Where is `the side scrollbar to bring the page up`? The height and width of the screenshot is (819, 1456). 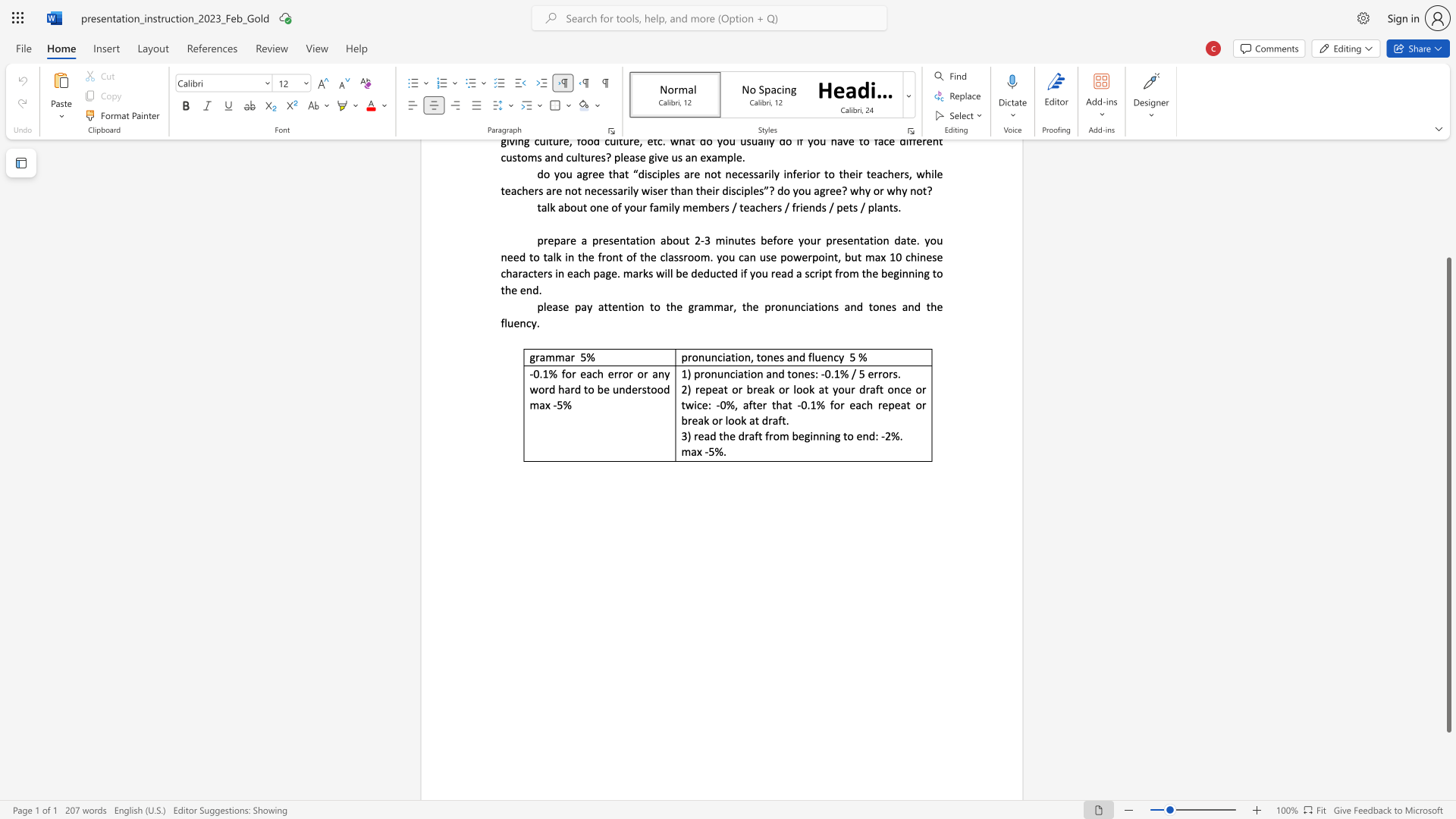 the side scrollbar to bring the page up is located at coordinates (1448, 196).